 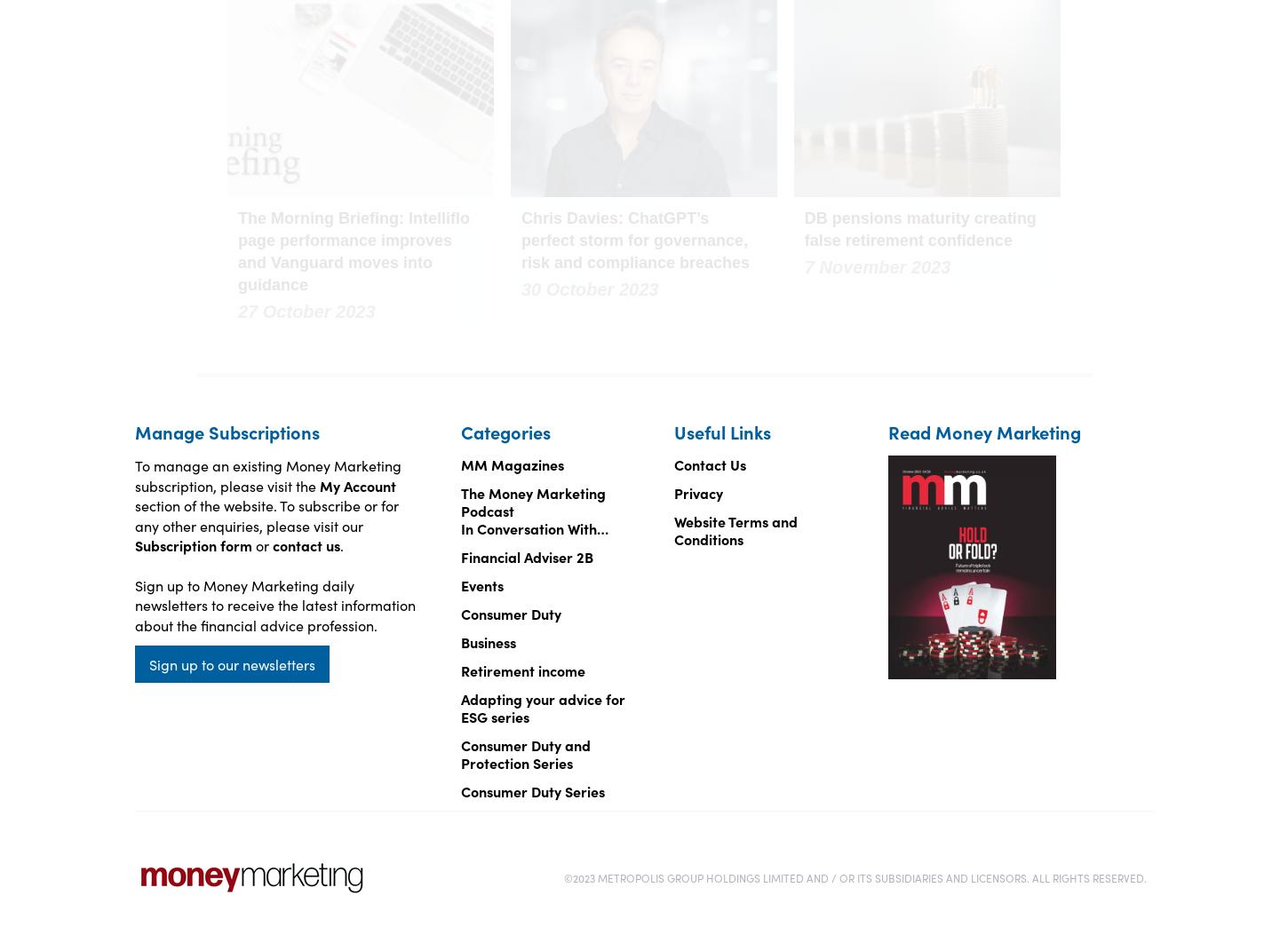 I want to click on 'Chris Davies: ChatGPT’s perfect storm for governance, risk and compliance breaches', so click(x=520, y=240).